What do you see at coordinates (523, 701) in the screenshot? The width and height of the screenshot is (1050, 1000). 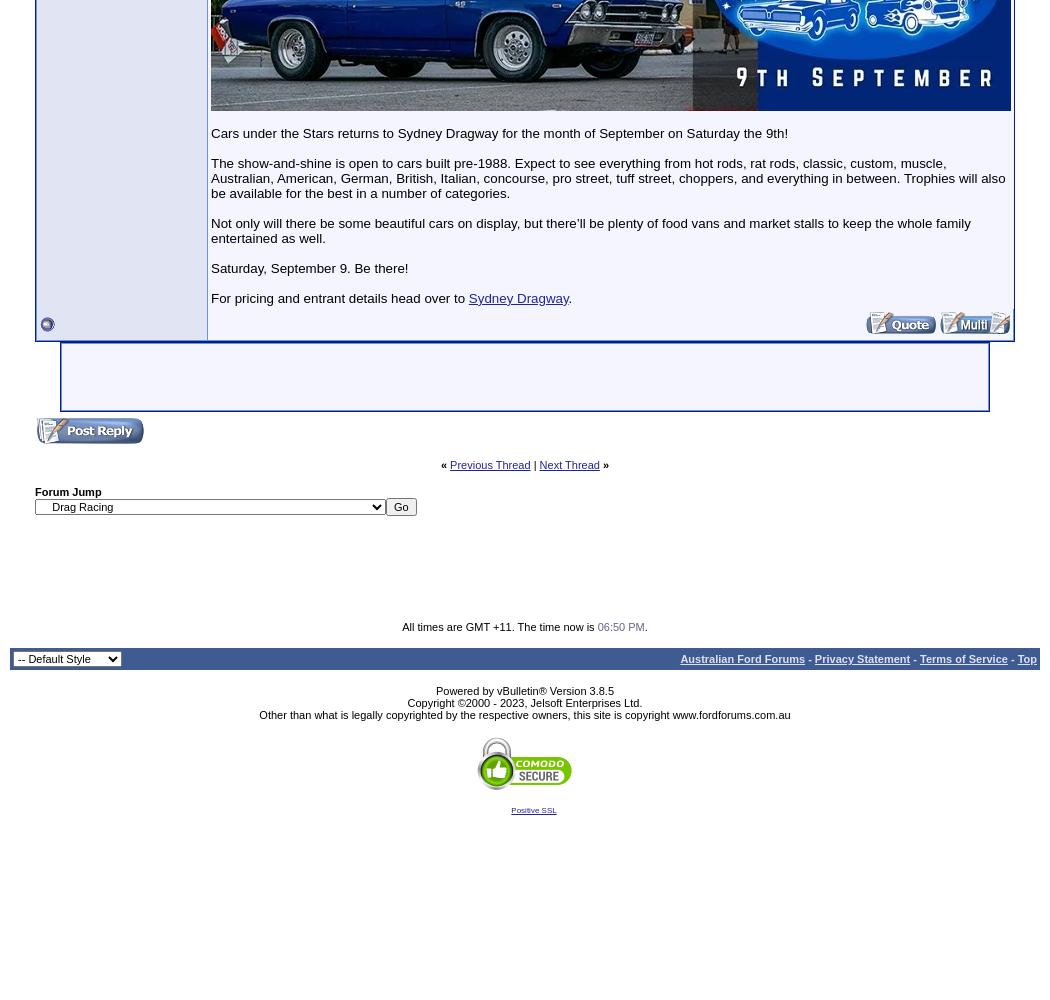 I see `'Copyright ©2000 - 2023, Jelsoft Enterprises Ltd.'` at bounding box center [523, 701].